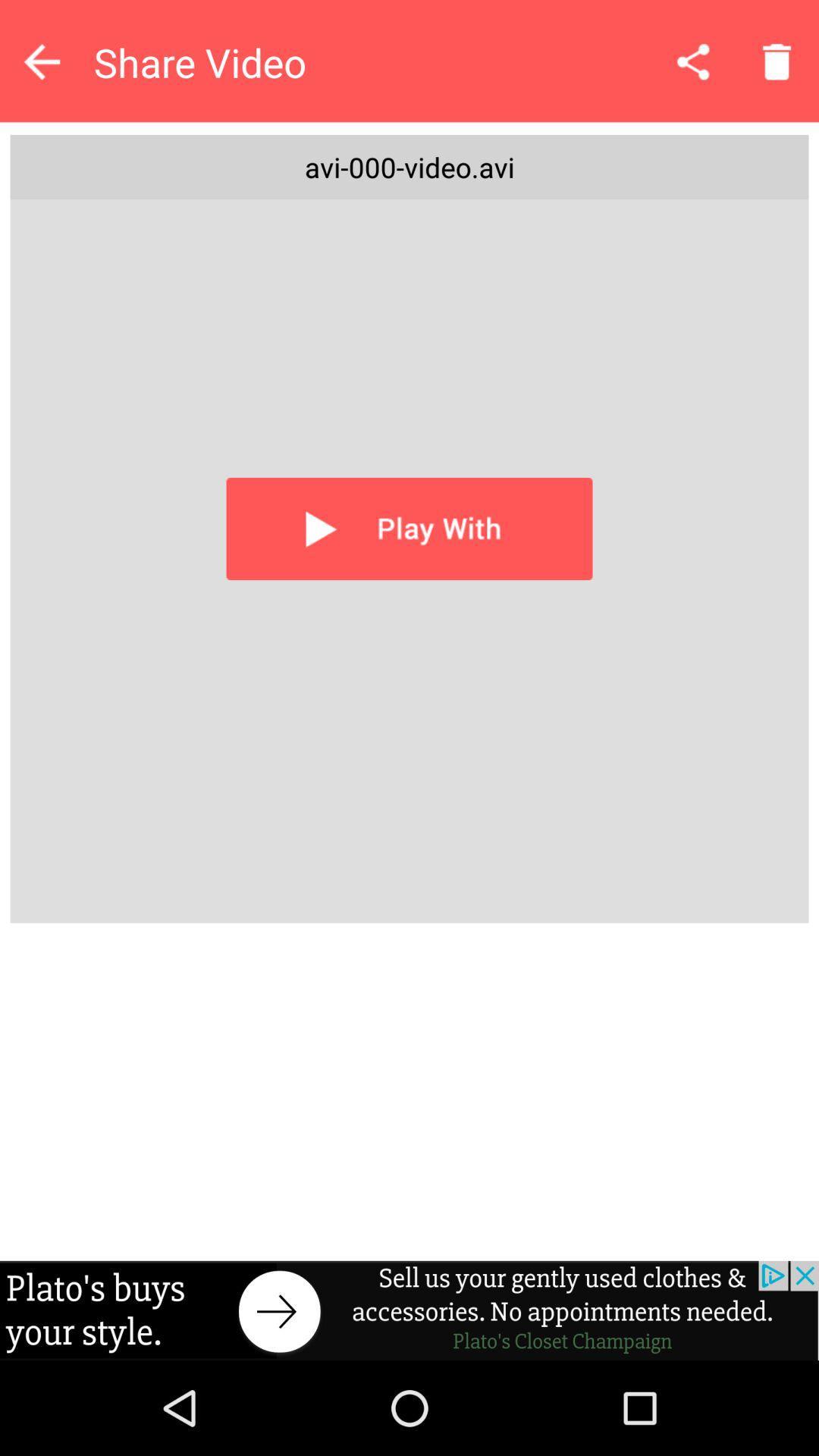 The width and height of the screenshot is (819, 1456). What do you see at coordinates (409, 1310) in the screenshot?
I see `open advertisement` at bounding box center [409, 1310].